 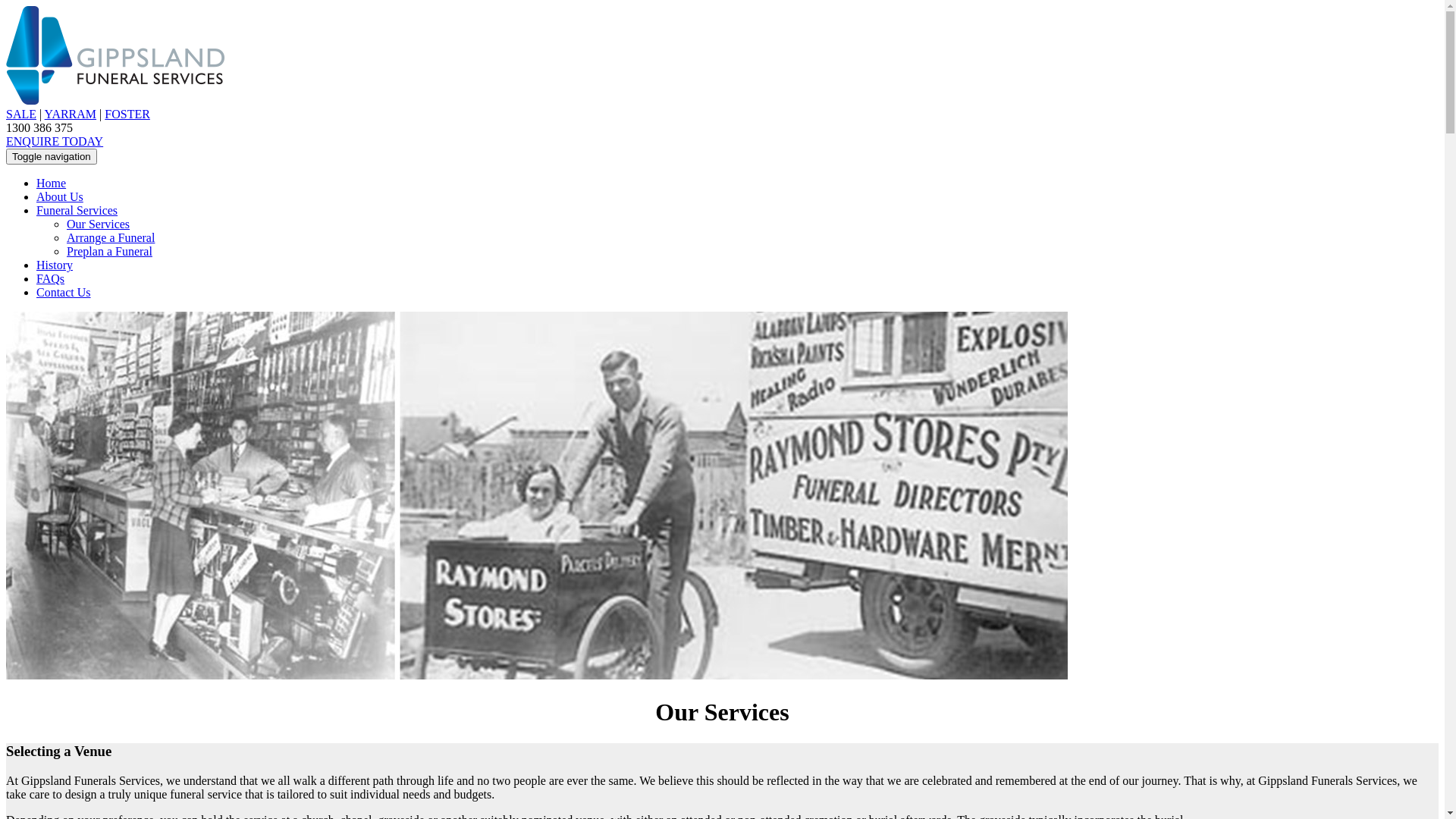 I want to click on 'Toggle navigation', so click(x=6, y=156).